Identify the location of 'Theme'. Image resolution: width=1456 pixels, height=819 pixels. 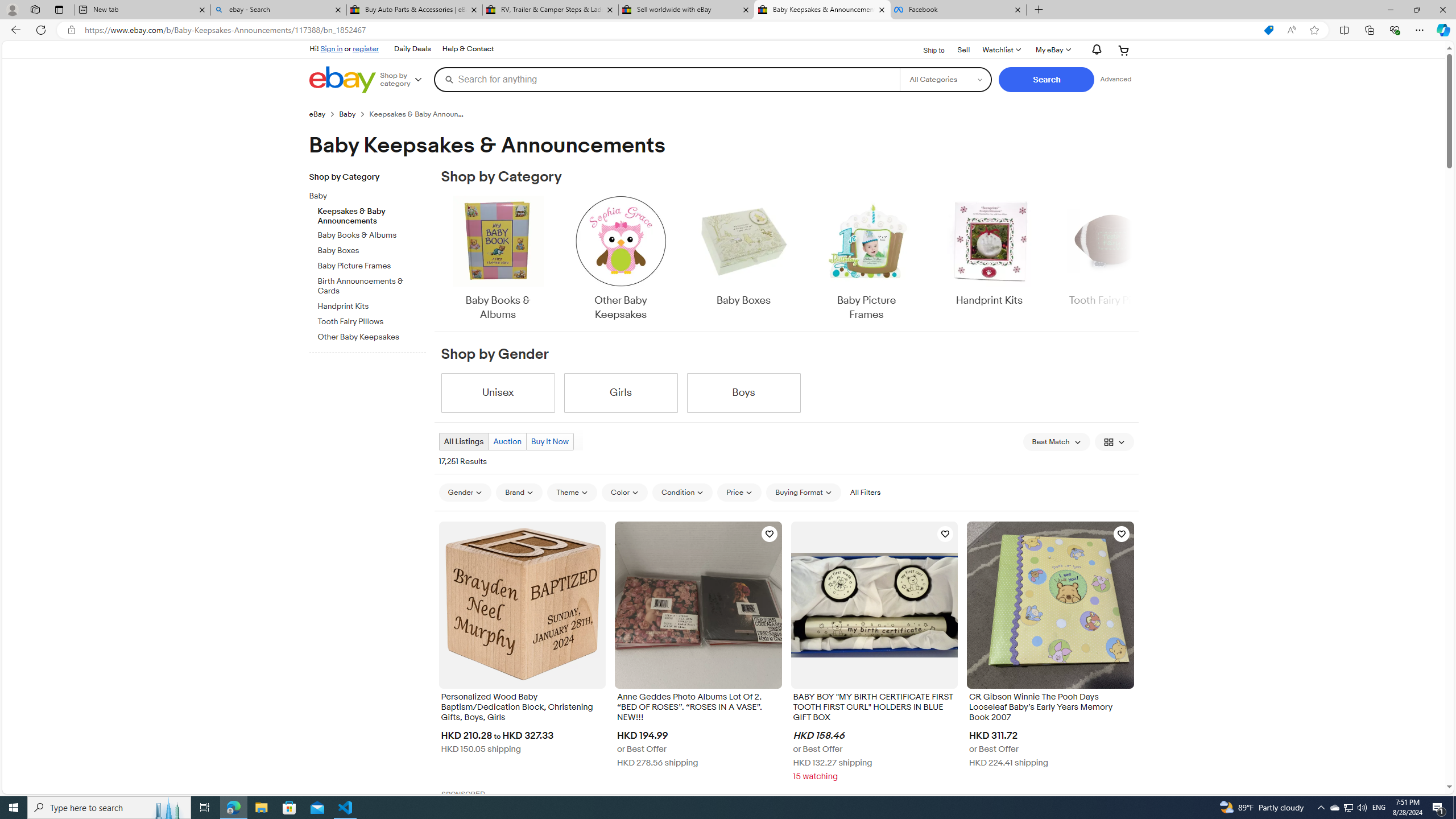
(572, 492).